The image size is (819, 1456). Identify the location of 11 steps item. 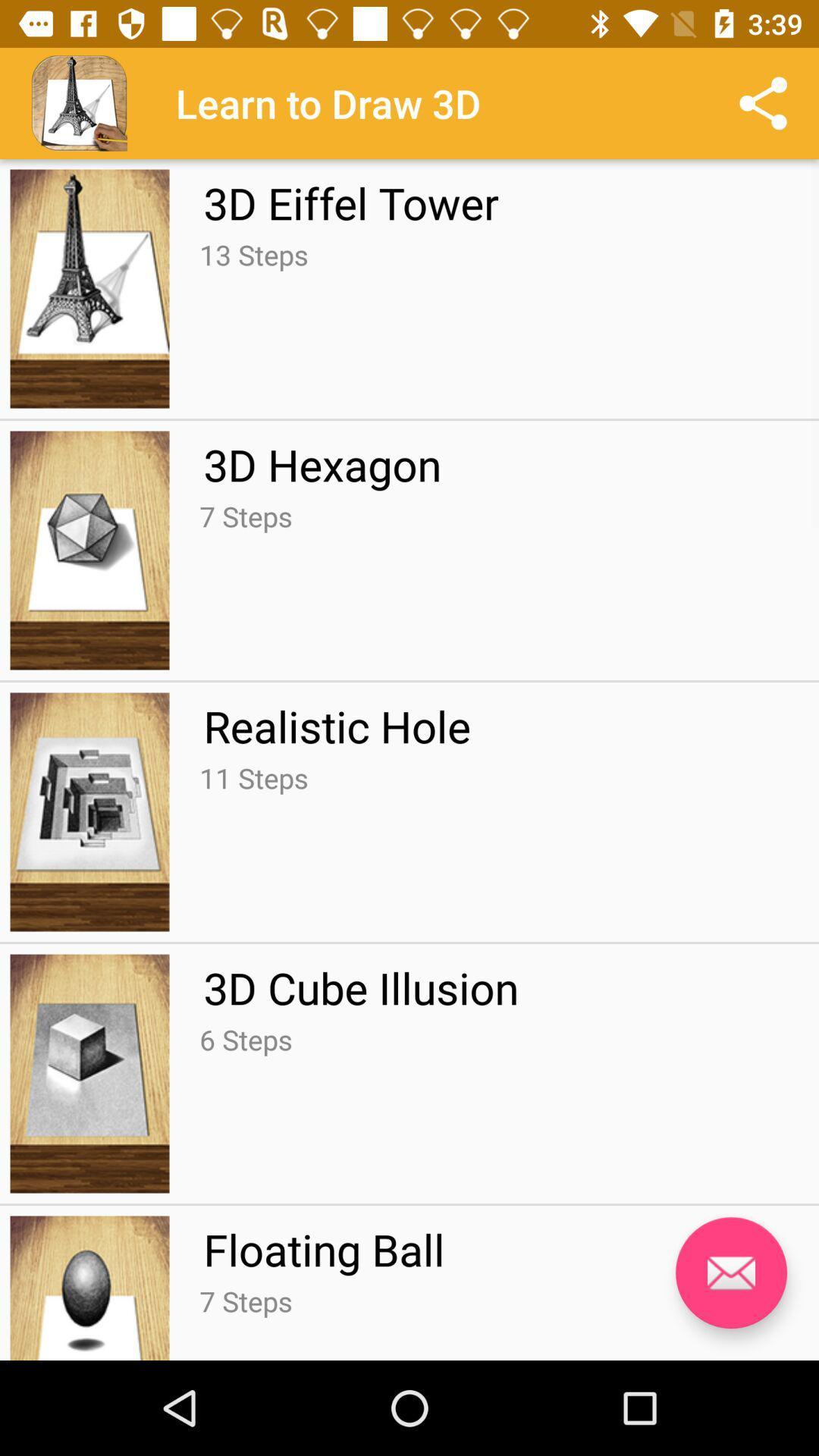
(253, 778).